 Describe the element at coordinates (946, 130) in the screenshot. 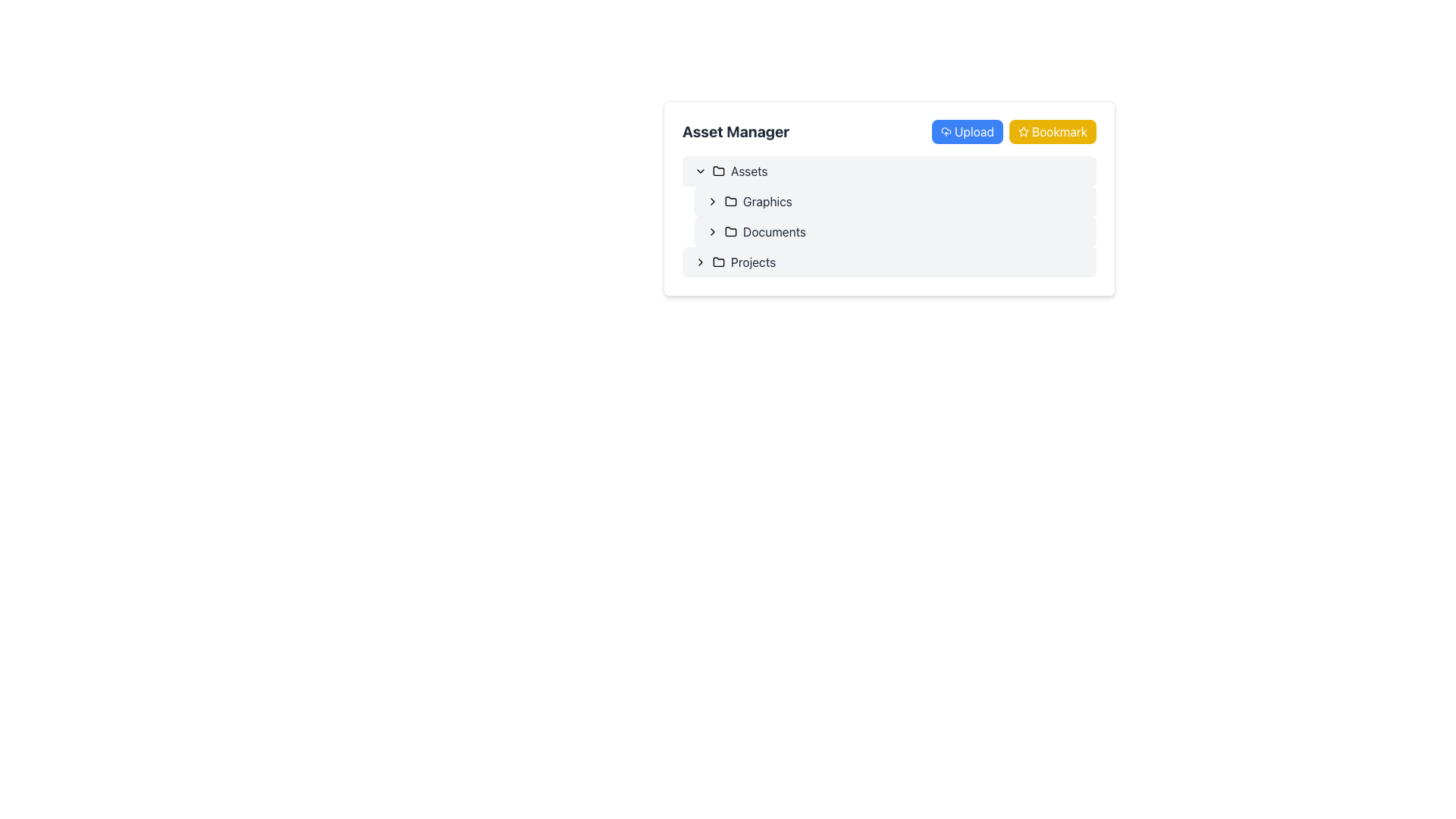

I see `the upload icon located on the left side of the 'Upload' button in the top-right corner of the 'Asset Manager' section` at that location.